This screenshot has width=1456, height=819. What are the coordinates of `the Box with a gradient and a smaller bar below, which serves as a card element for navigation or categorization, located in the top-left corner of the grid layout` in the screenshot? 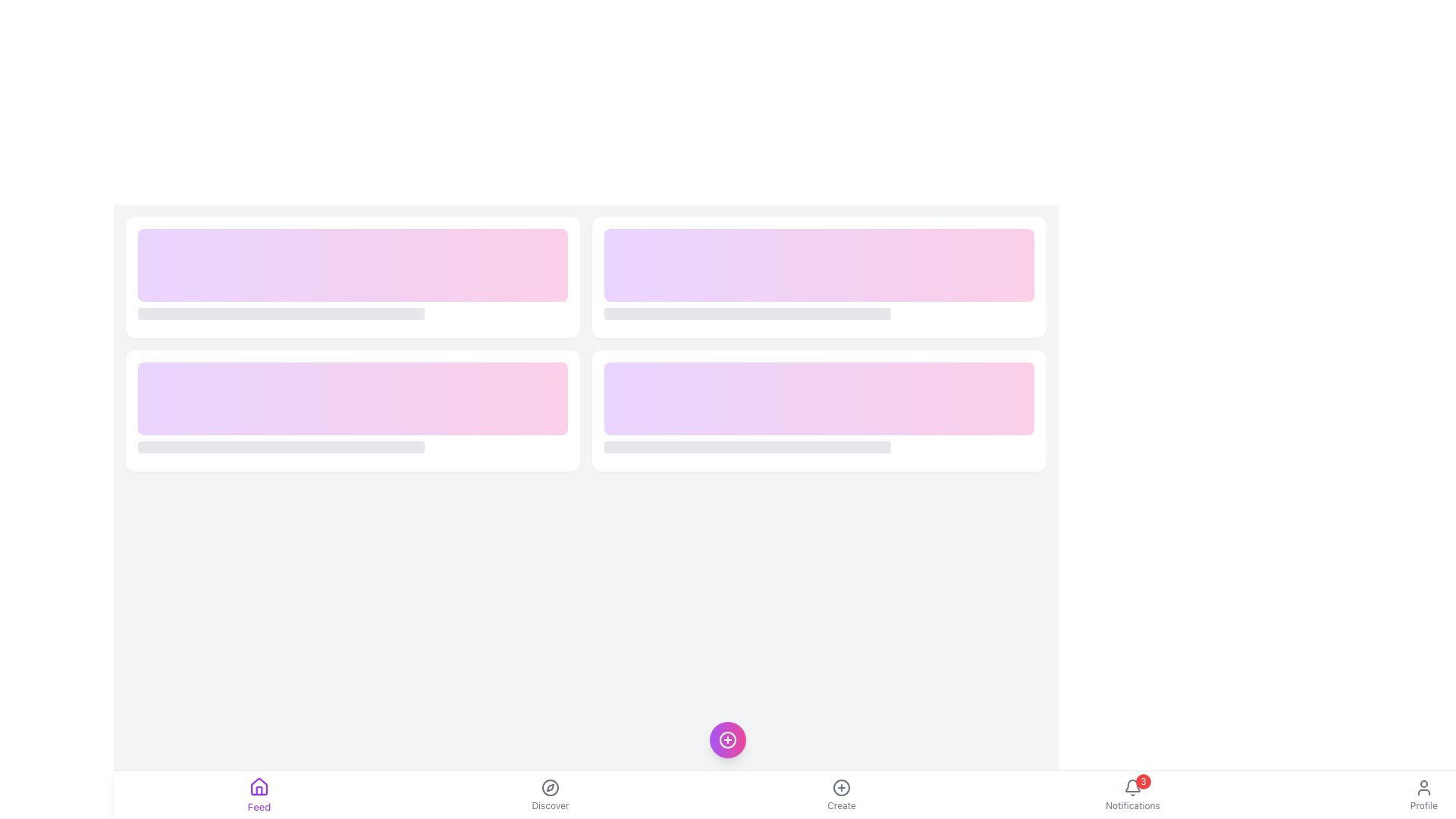 It's located at (352, 278).